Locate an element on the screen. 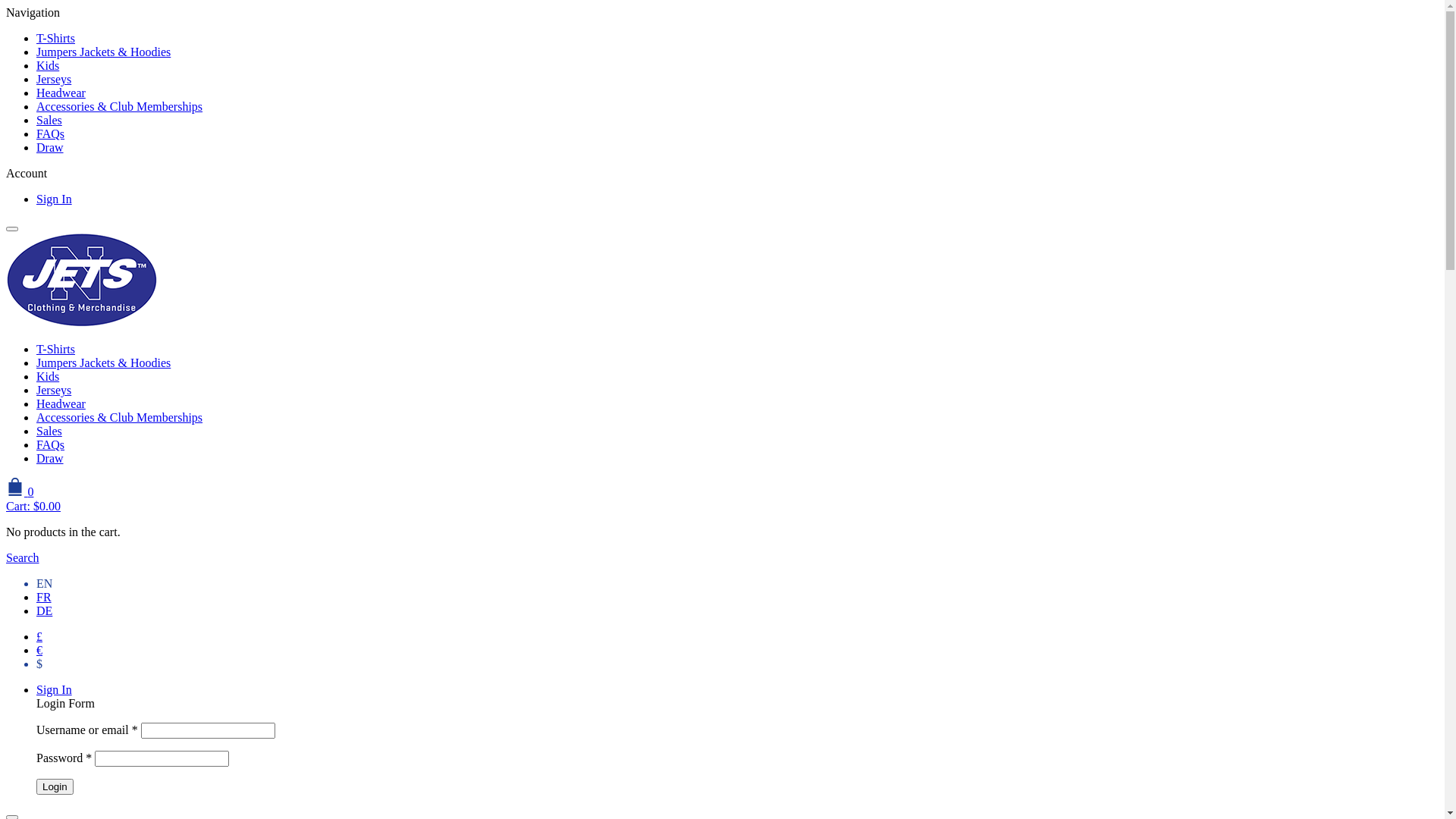 Image resolution: width=1456 pixels, height=819 pixels. 'DE' is located at coordinates (44, 610).